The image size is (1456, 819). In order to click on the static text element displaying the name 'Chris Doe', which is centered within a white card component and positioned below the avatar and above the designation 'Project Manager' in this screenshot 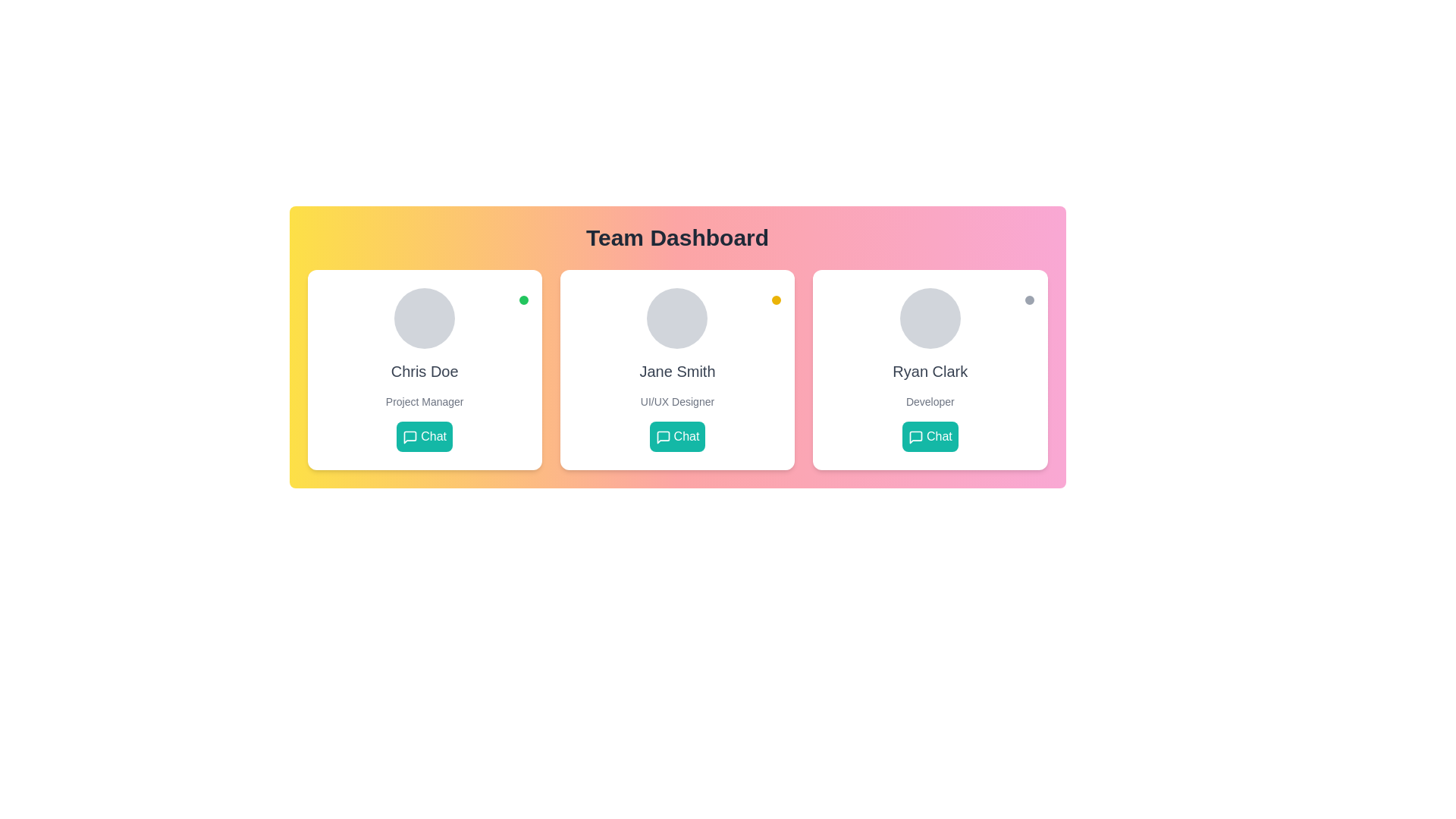, I will do `click(425, 371)`.